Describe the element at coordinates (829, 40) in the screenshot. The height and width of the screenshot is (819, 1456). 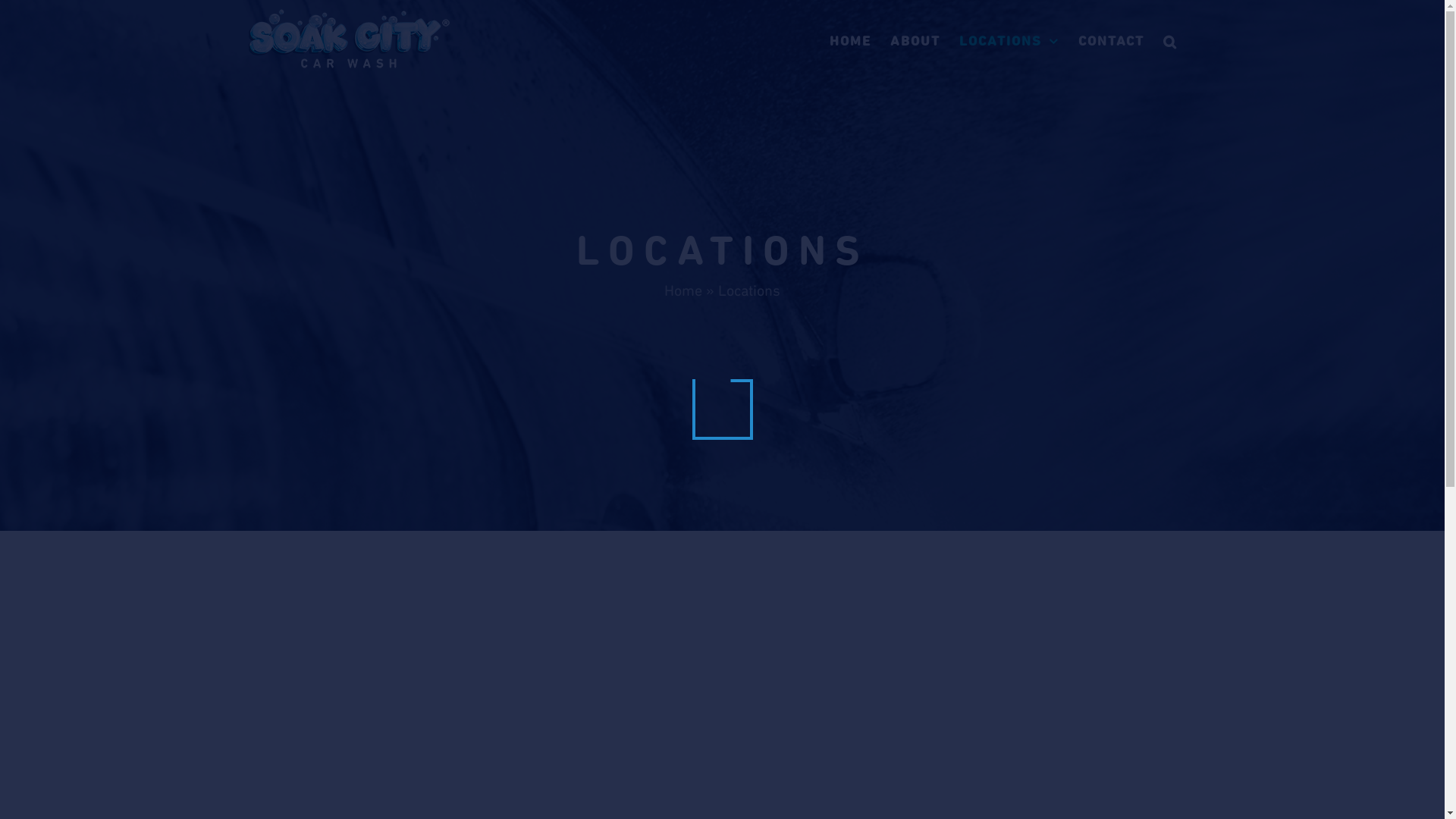
I see `'HOME'` at that location.